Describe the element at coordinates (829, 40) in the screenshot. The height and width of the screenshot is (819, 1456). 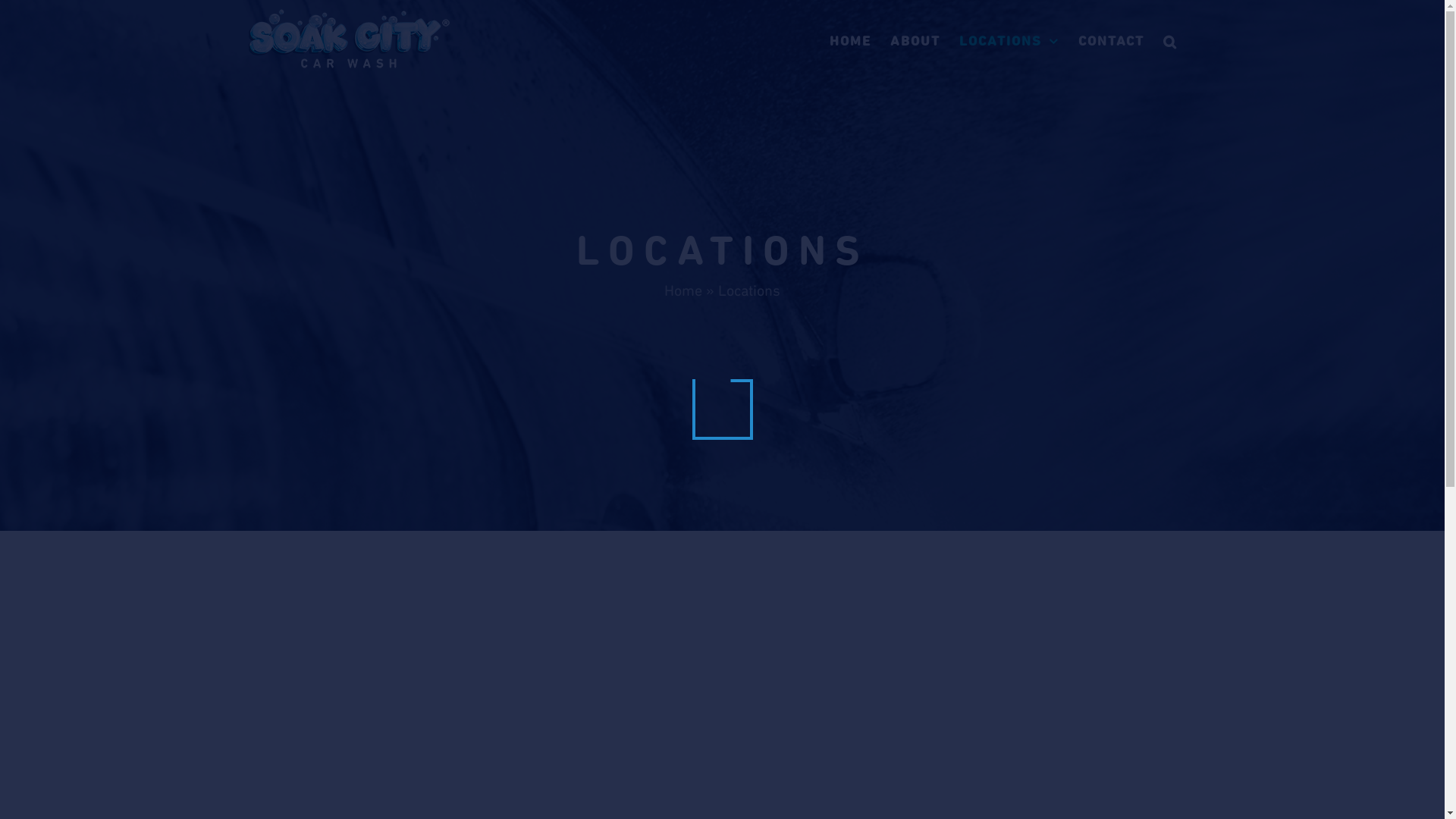
I see `'HOME'` at that location.